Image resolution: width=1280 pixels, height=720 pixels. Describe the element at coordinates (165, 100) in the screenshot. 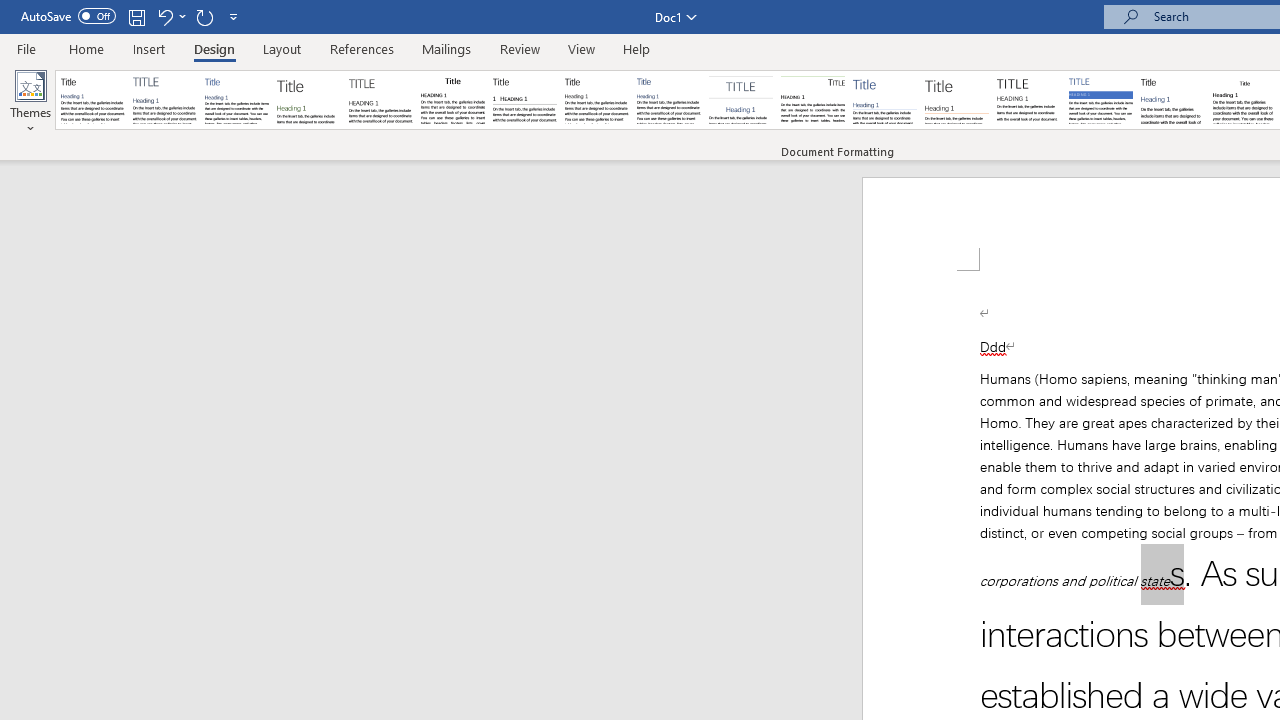

I see `'Basic (Elegant)'` at that location.